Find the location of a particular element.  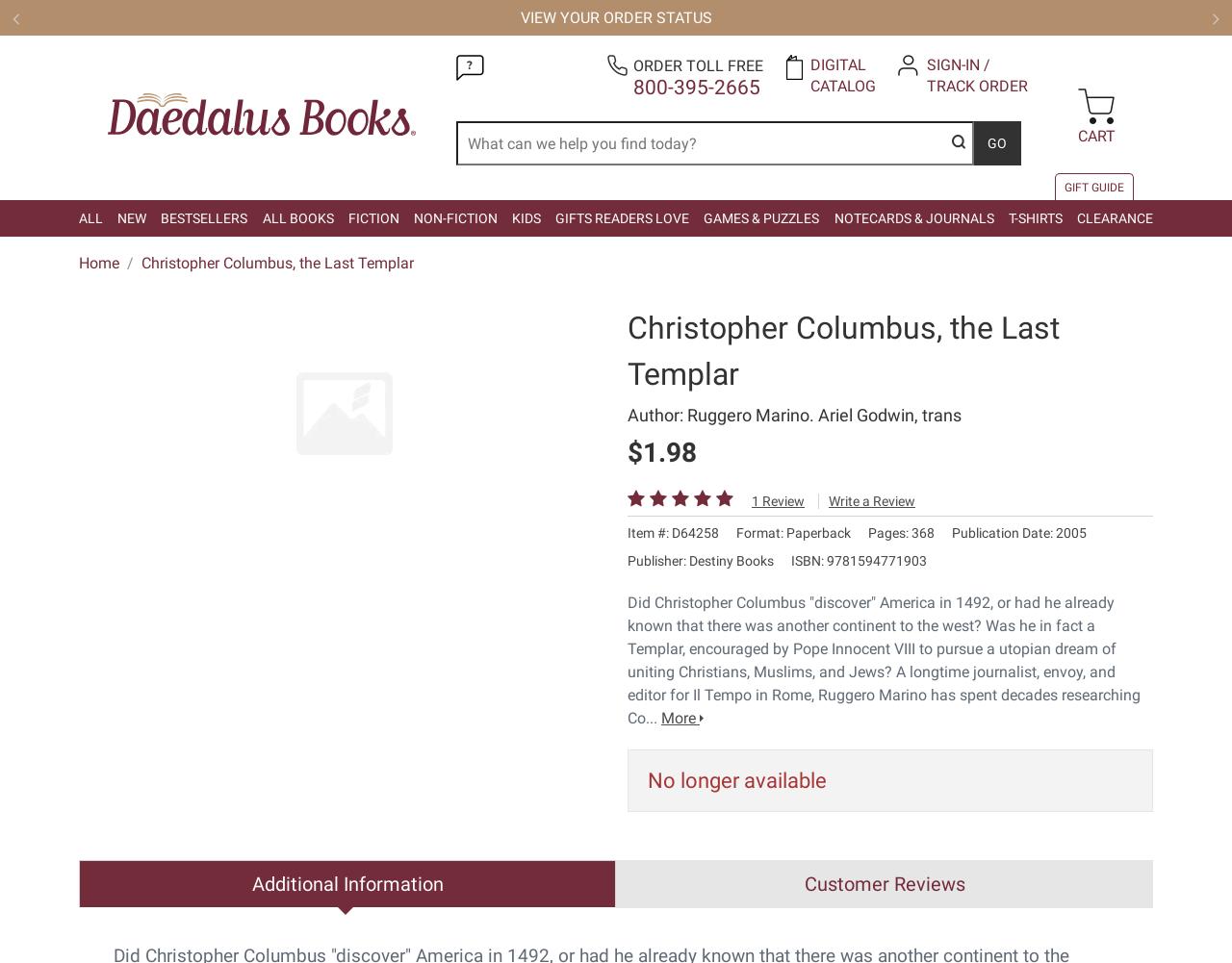

'5581 Hudson Industrial Parkway |  Hudson OH 44236-0099  |  Order toll free' is located at coordinates (567, 754).